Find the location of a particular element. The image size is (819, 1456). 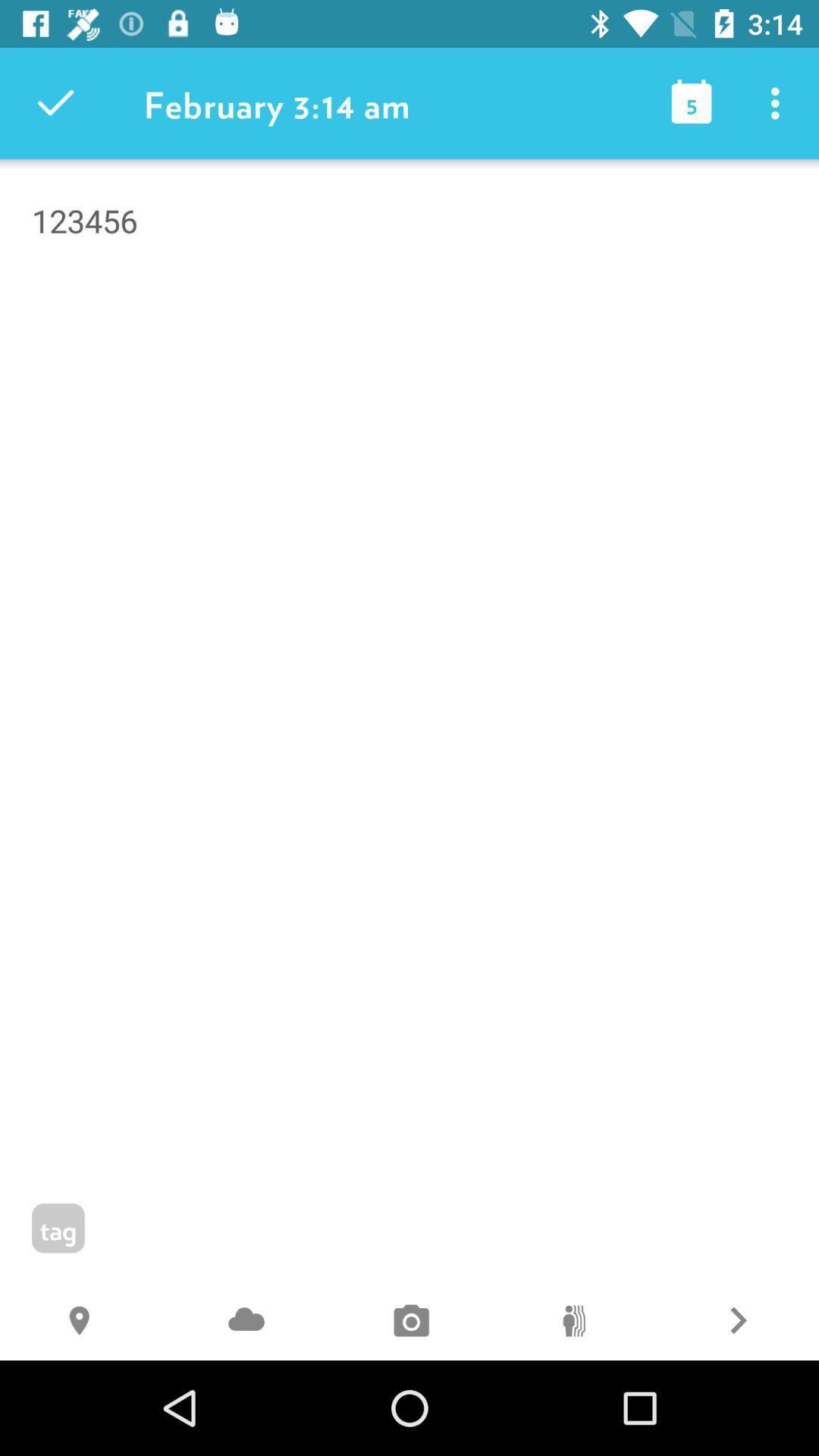

j icon is located at coordinates (245, 1322).